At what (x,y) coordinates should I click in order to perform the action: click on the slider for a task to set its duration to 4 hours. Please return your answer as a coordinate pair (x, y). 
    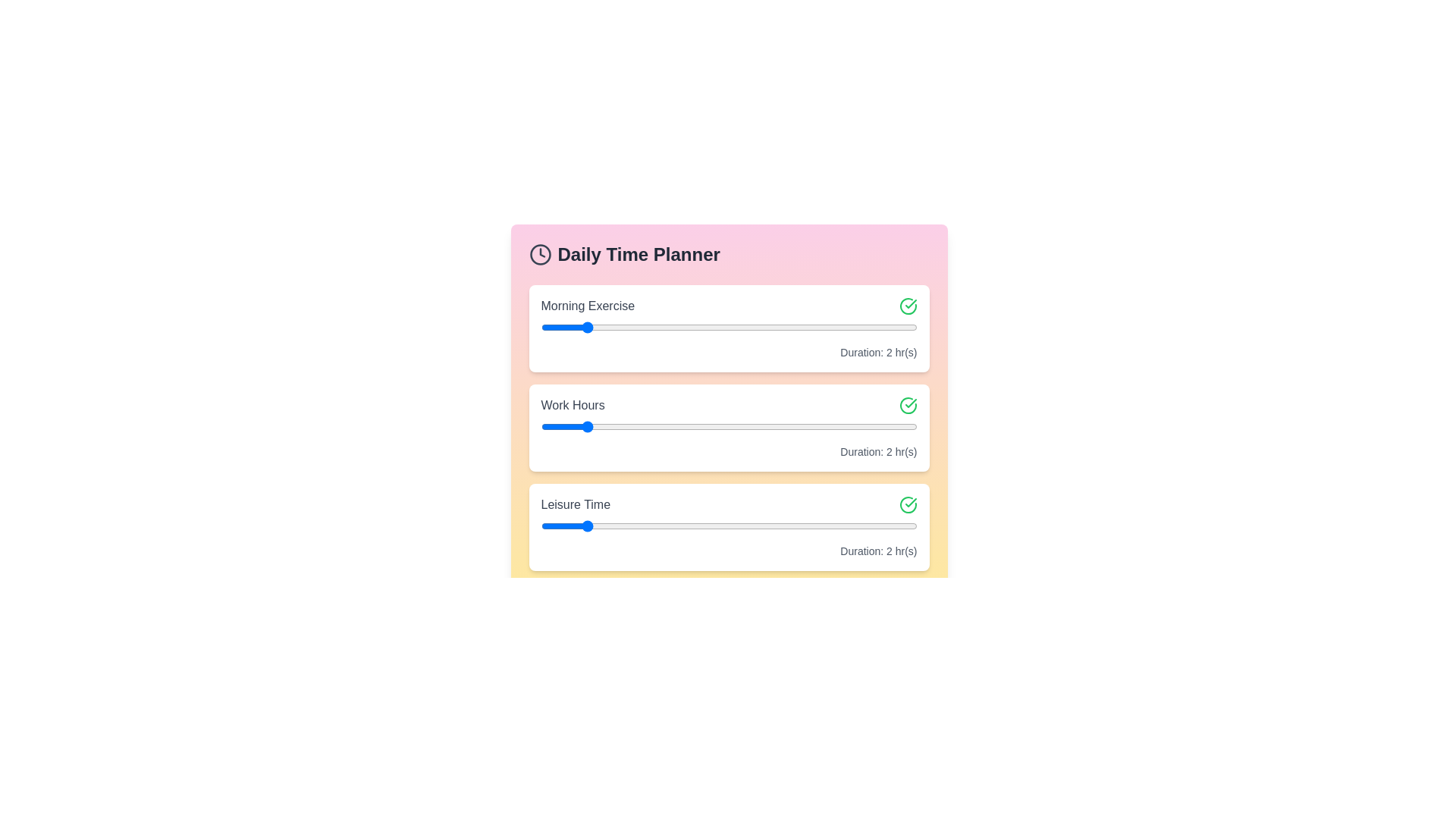
    Looking at the image, I should click on (666, 327).